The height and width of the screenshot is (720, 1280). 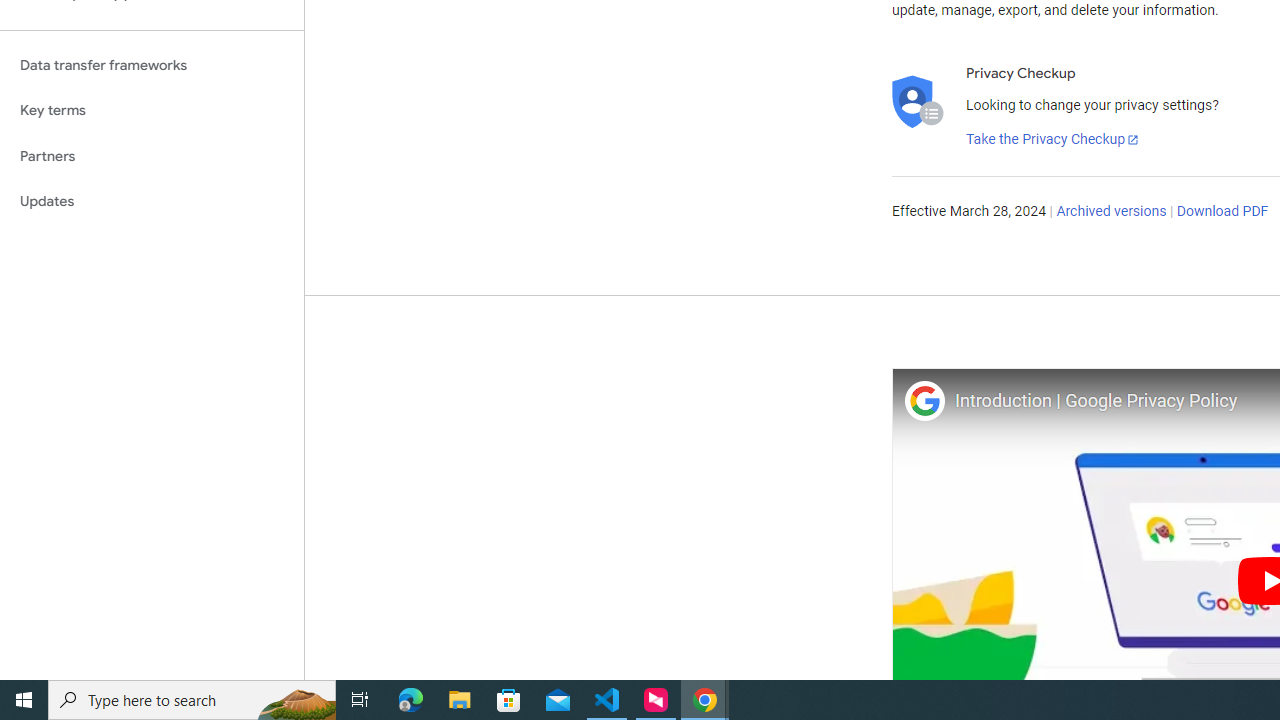 I want to click on 'Take the Privacy Checkup', so click(x=1052, y=139).